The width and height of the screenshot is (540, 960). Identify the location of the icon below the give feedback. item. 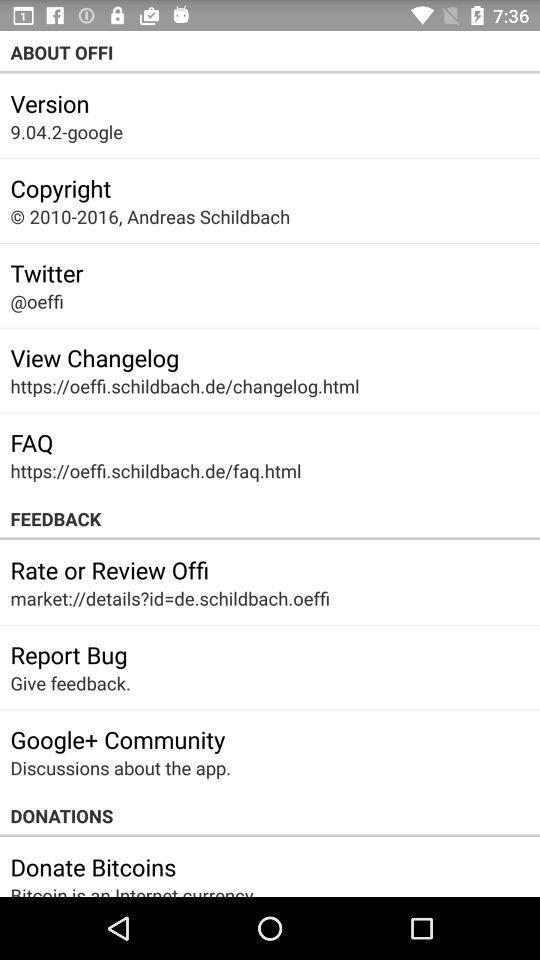
(117, 738).